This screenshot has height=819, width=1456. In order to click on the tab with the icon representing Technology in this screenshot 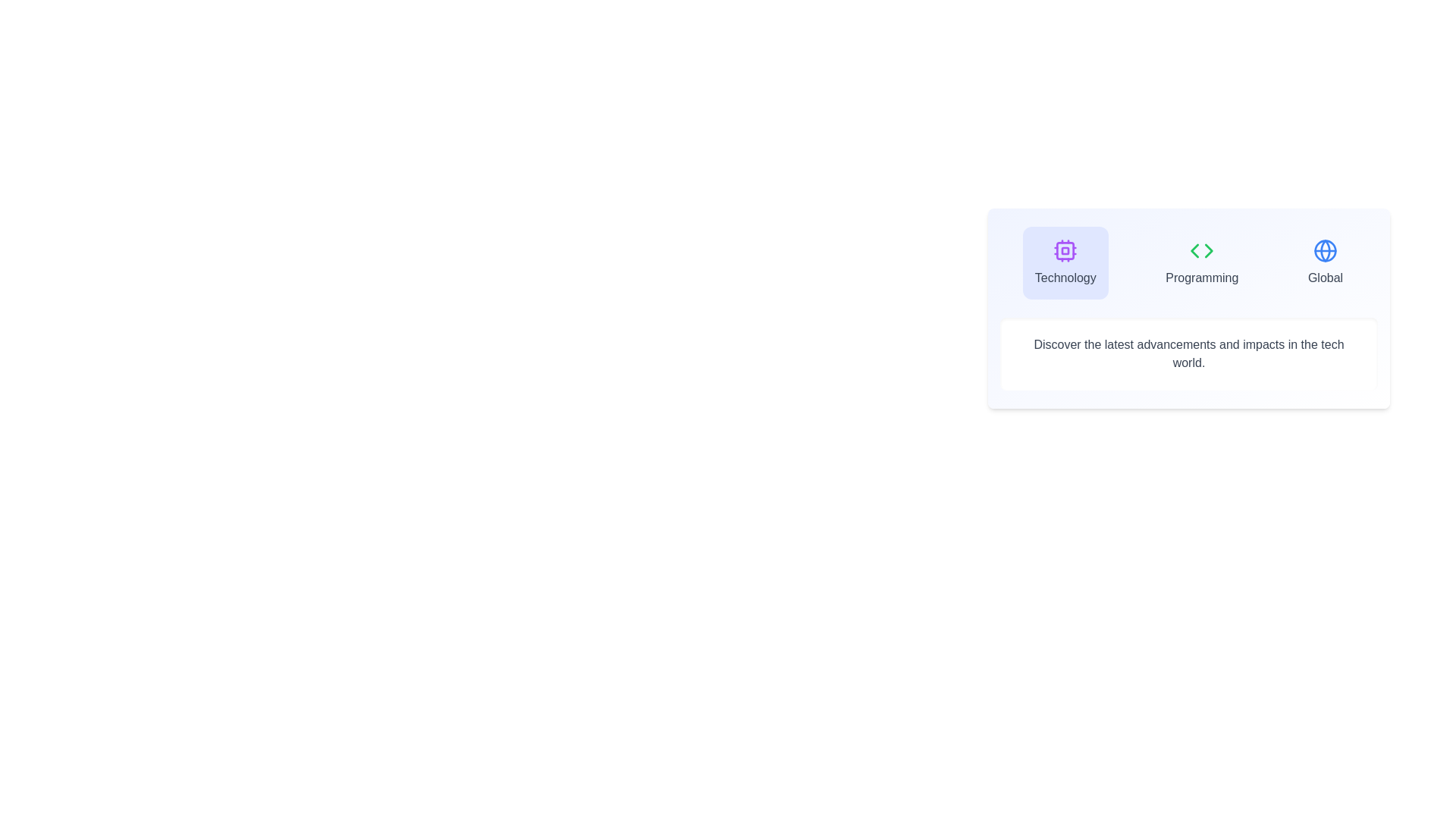, I will do `click(1065, 262)`.